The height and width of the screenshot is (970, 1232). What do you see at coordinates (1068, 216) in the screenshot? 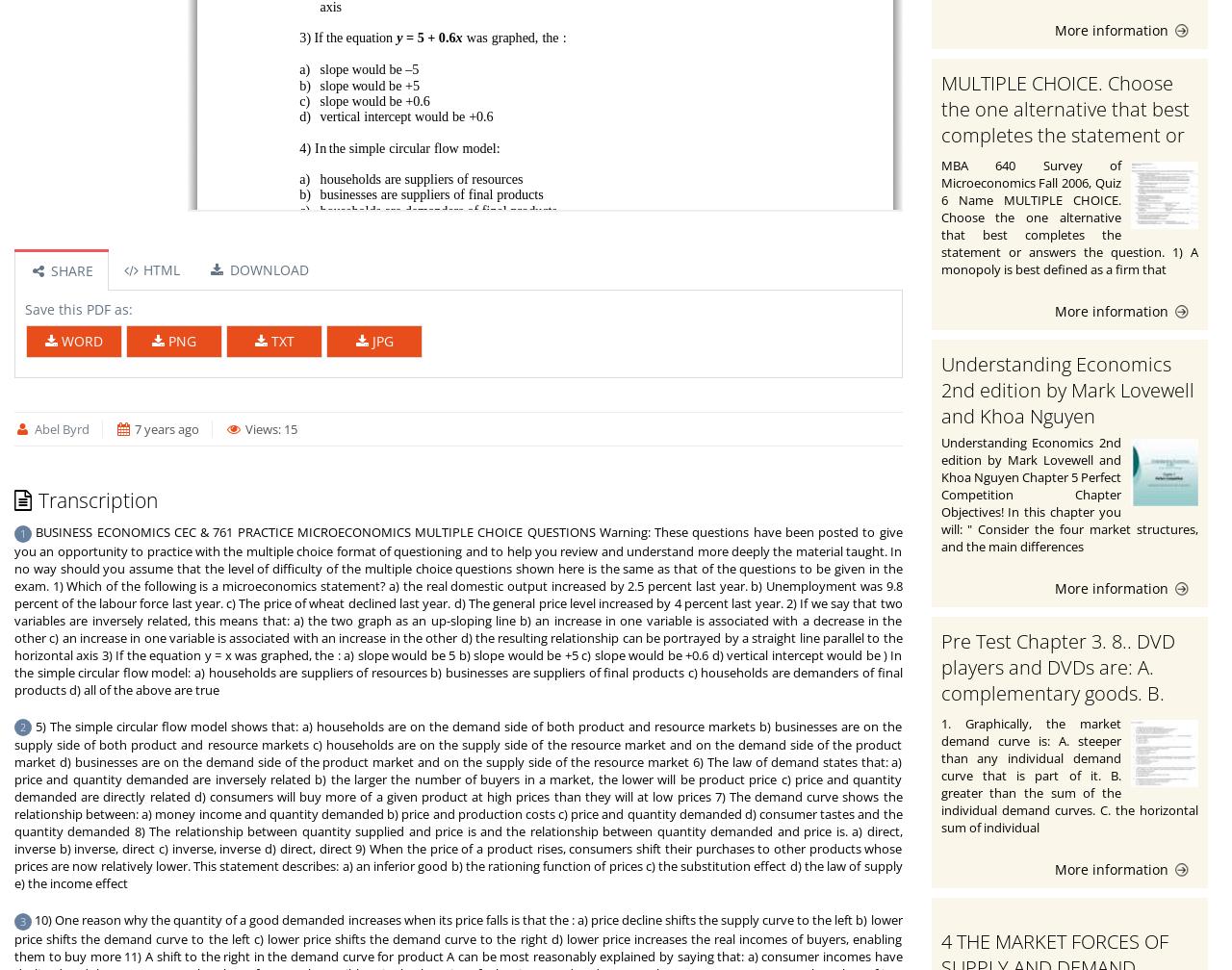
I see `'MBA 640 Survey of Microeconomics Fall 2006, Quiz 6 Name MULTIPLE CHOICE. Choose the one alternative that best completes the statement or answers the question. 1) A monopoly is best defined as a firm that'` at bounding box center [1068, 216].